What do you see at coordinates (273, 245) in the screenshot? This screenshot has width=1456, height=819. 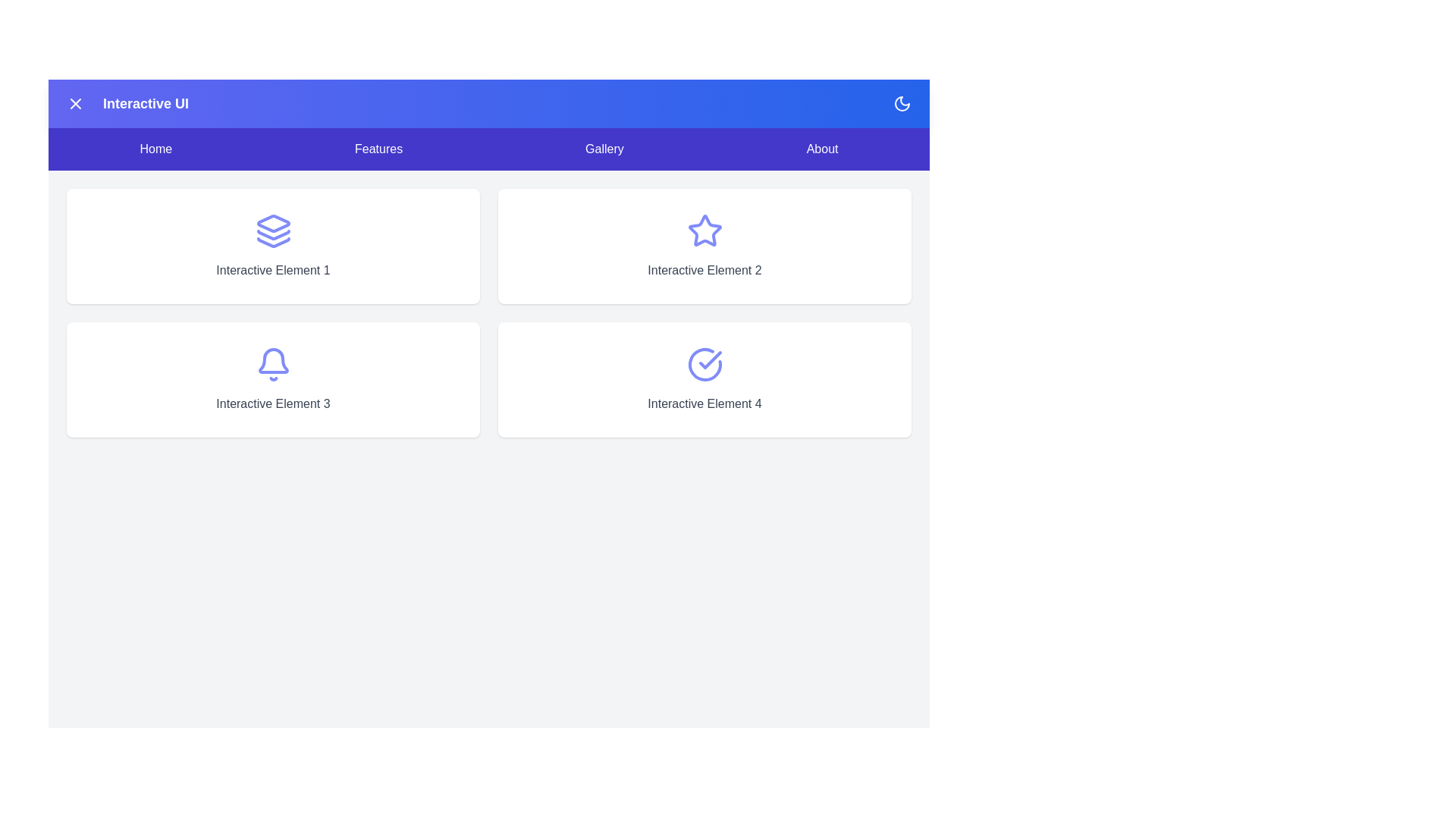 I see `the interactive element card labeled Interactive Element 1` at bounding box center [273, 245].